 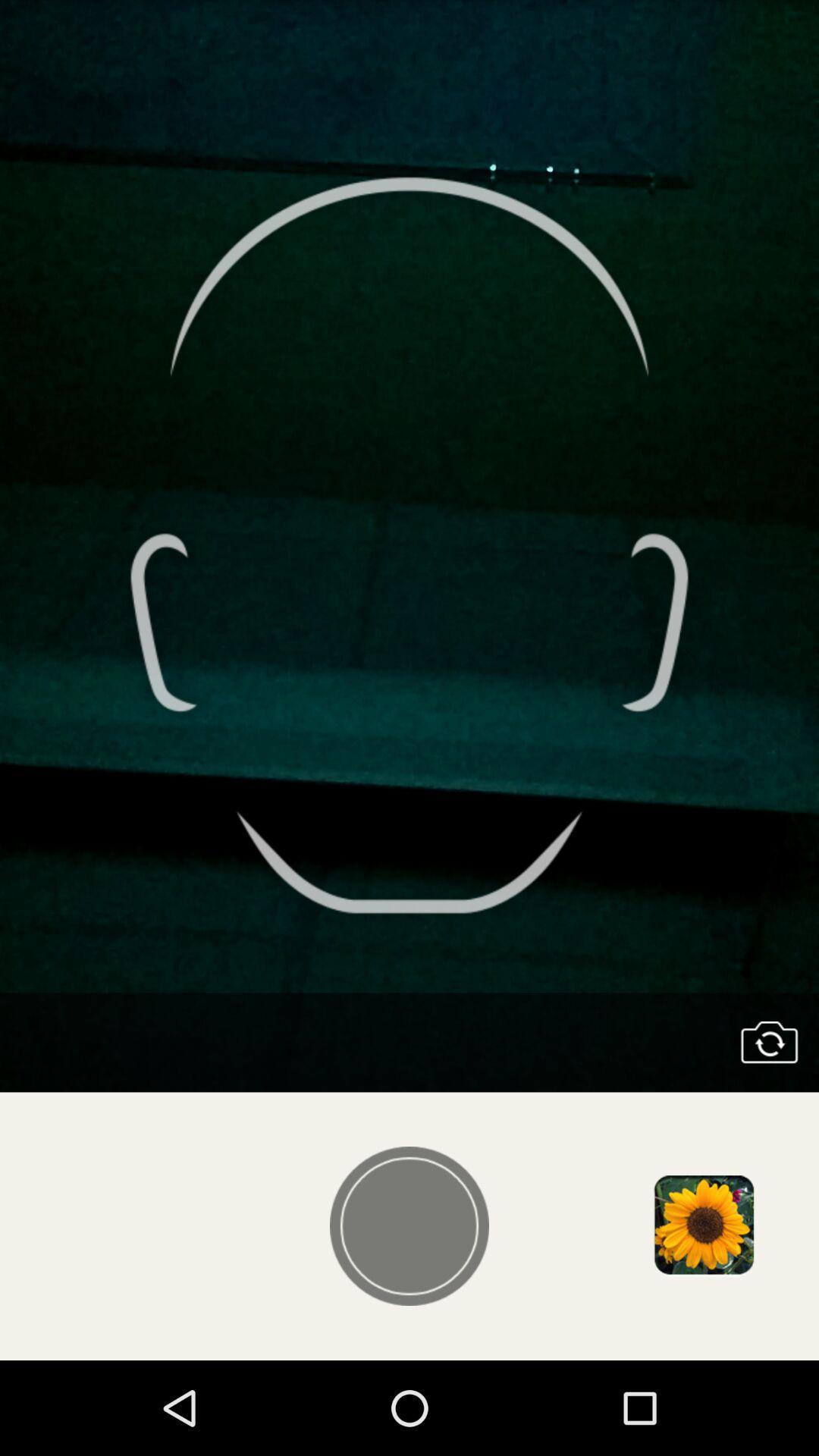 What do you see at coordinates (769, 1116) in the screenshot?
I see `the photo icon` at bounding box center [769, 1116].